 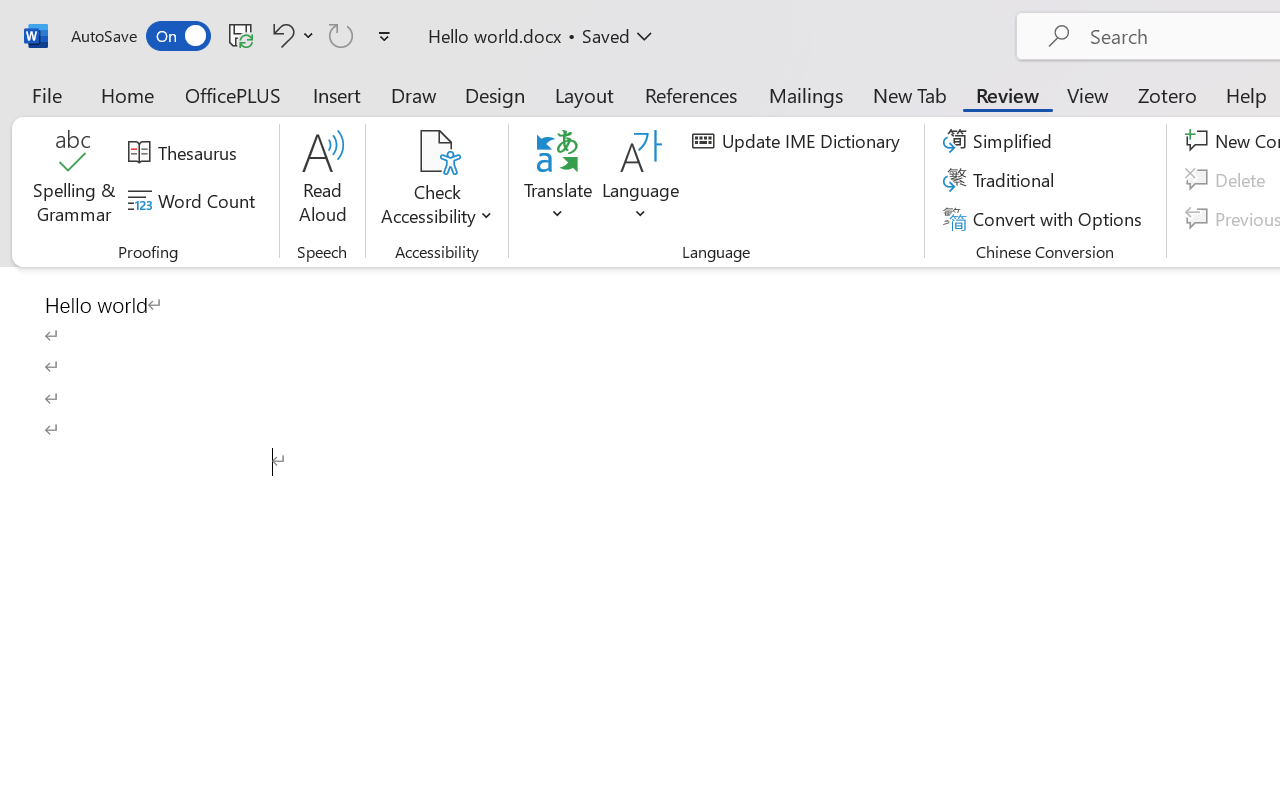 What do you see at coordinates (1000, 141) in the screenshot?
I see `'Simplified'` at bounding box center [1000, 141].